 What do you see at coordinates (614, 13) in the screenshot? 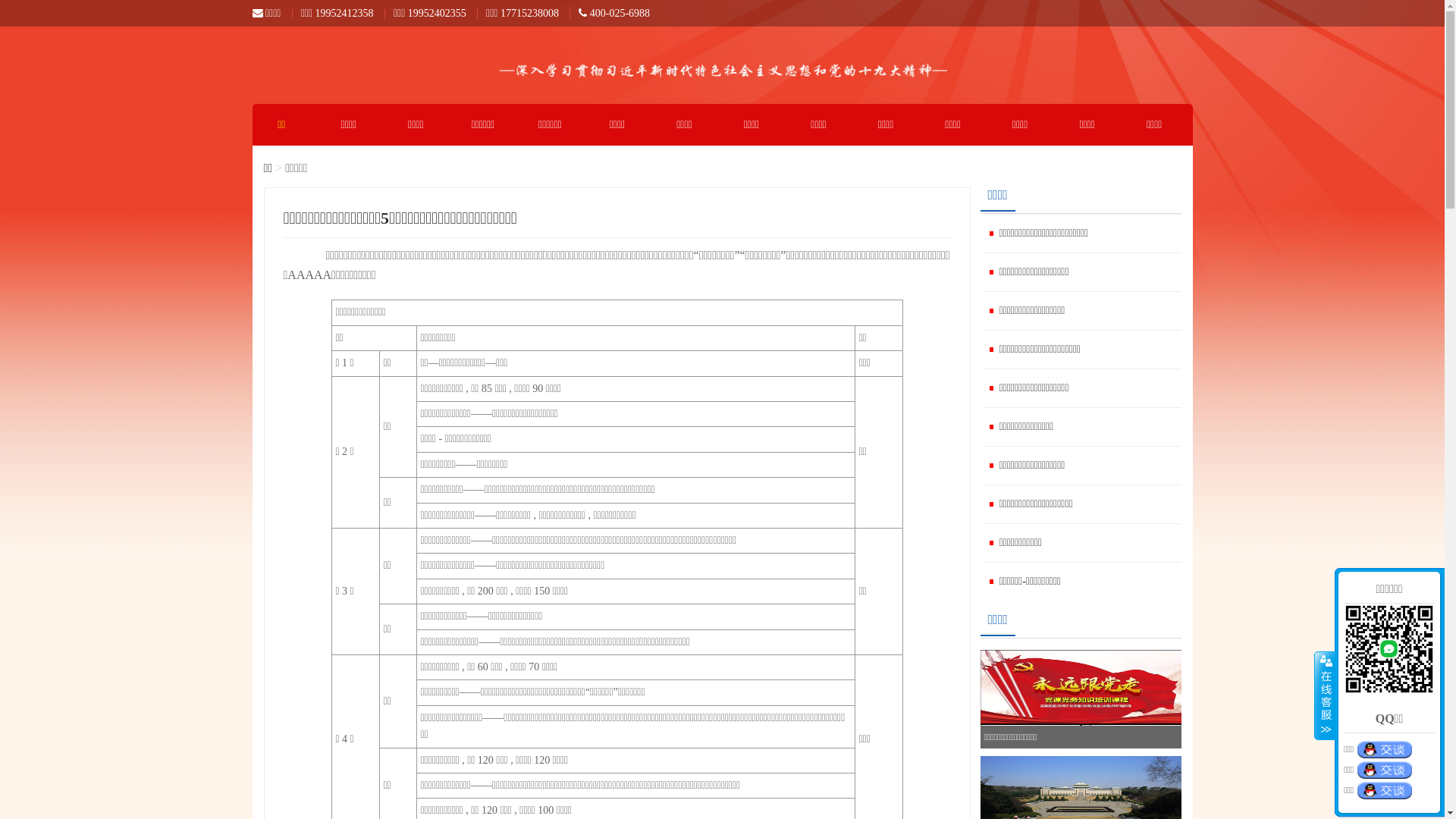
I see `'400-025-6988'` at bounding box center [614, 13].